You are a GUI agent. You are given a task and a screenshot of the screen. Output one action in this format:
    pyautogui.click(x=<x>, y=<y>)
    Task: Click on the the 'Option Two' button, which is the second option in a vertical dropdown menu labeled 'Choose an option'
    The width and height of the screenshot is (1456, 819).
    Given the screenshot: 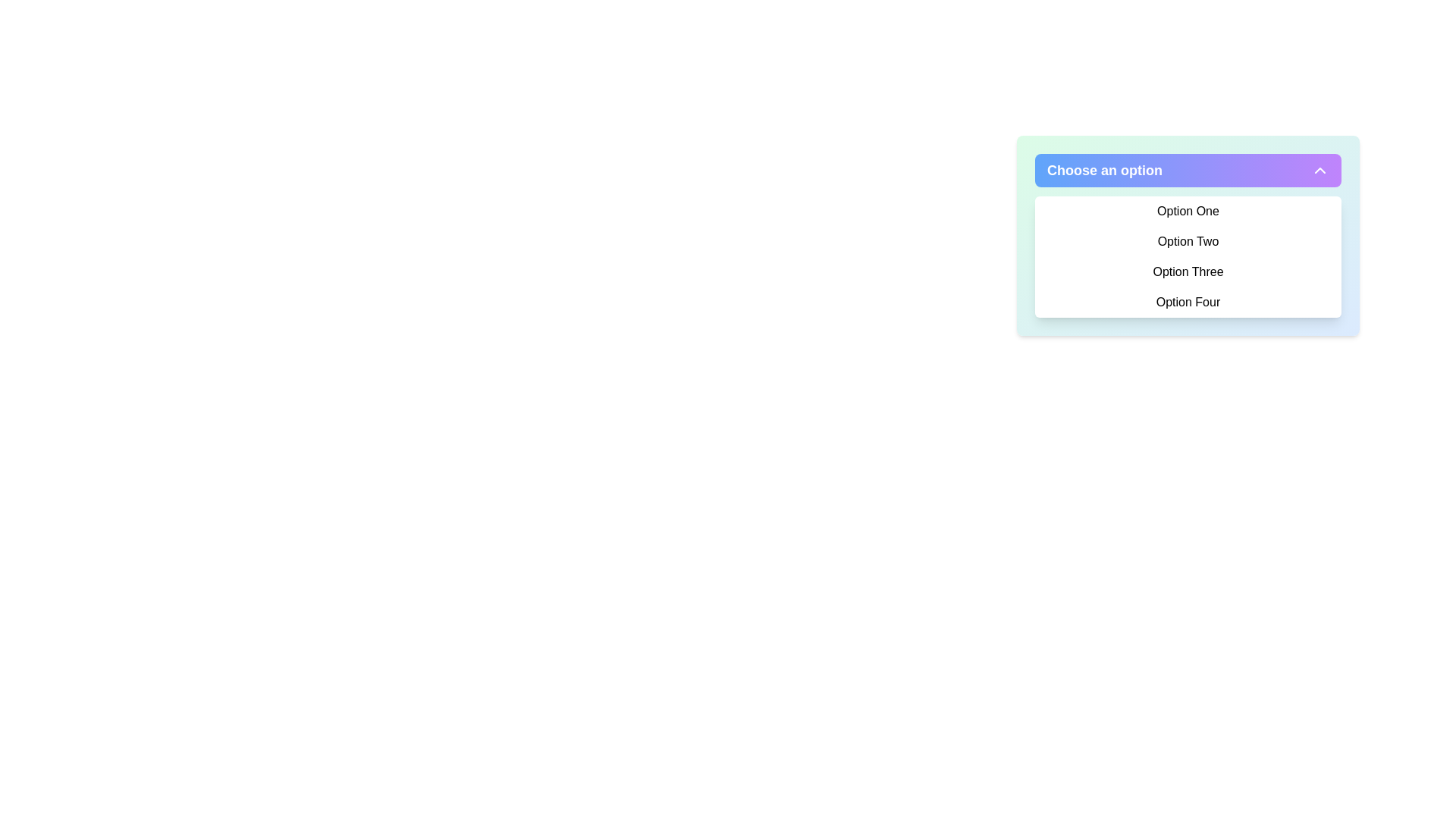 What is the action you would take?
    pyautogui.click(x=1187, y=241)
    